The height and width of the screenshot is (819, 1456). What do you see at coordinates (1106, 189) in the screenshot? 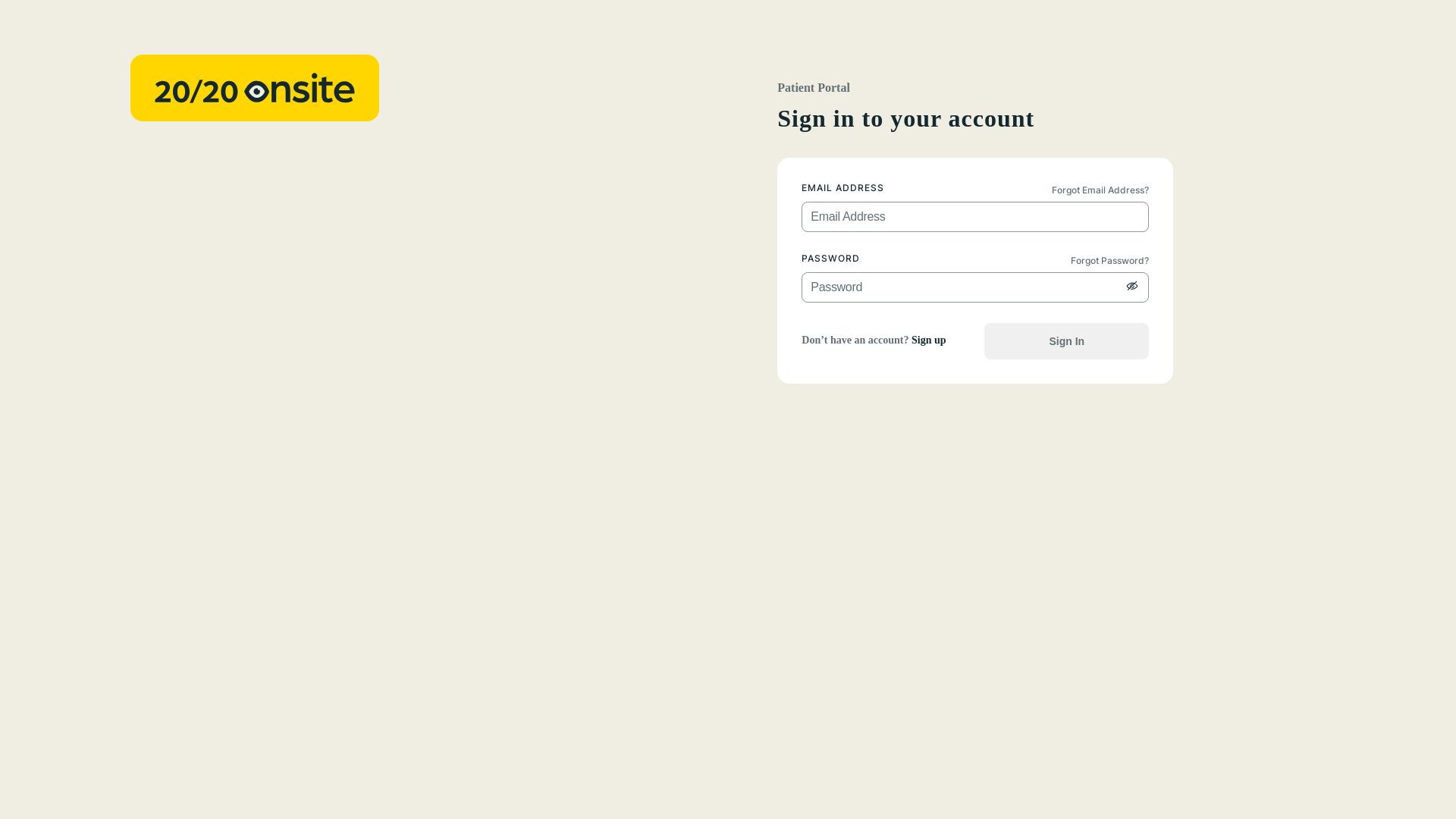
I see `'Forgot Email Address?'` at bounding box center [1106, 189].